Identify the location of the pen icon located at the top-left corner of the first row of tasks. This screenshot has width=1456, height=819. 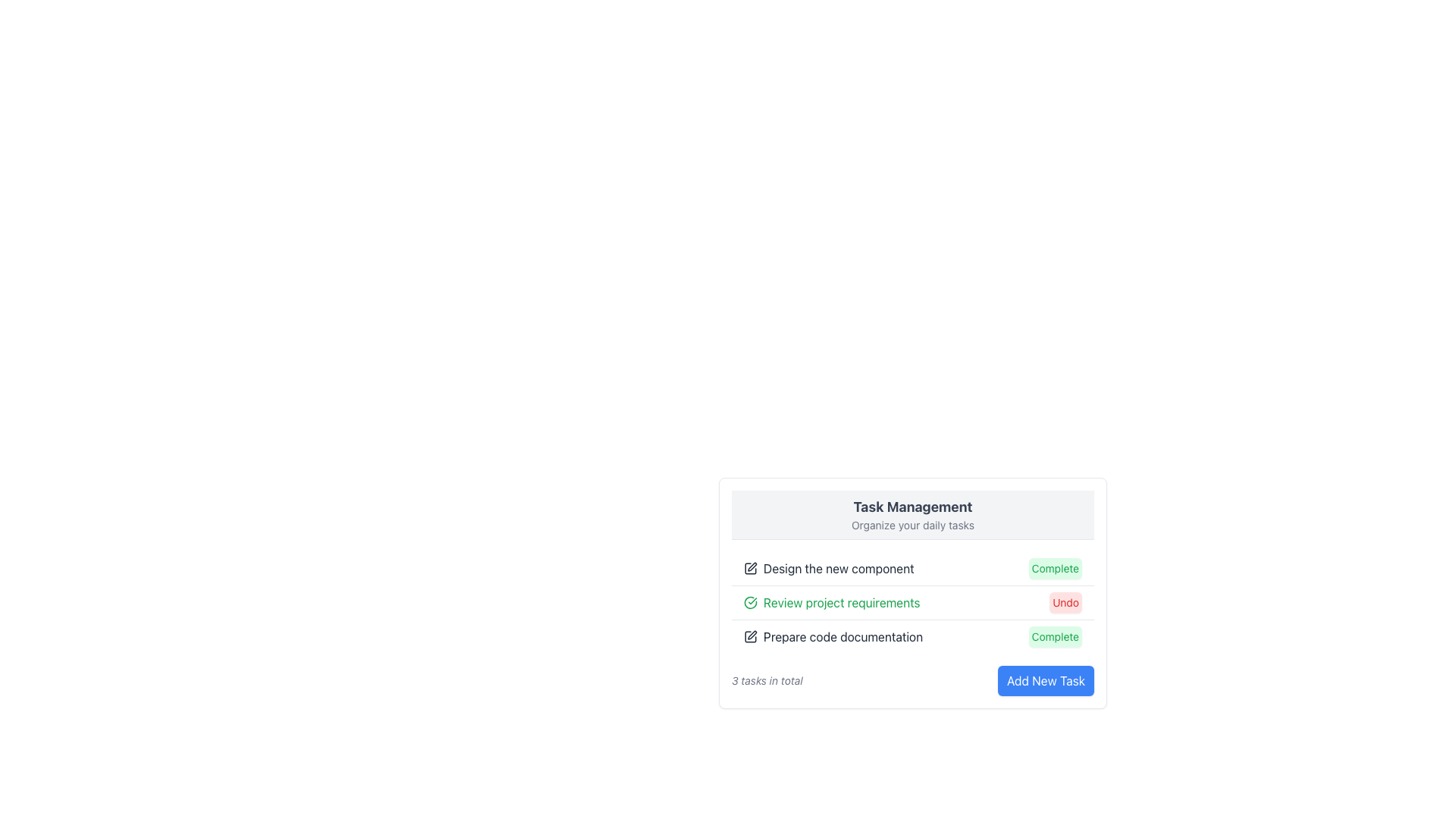
(752, 566).